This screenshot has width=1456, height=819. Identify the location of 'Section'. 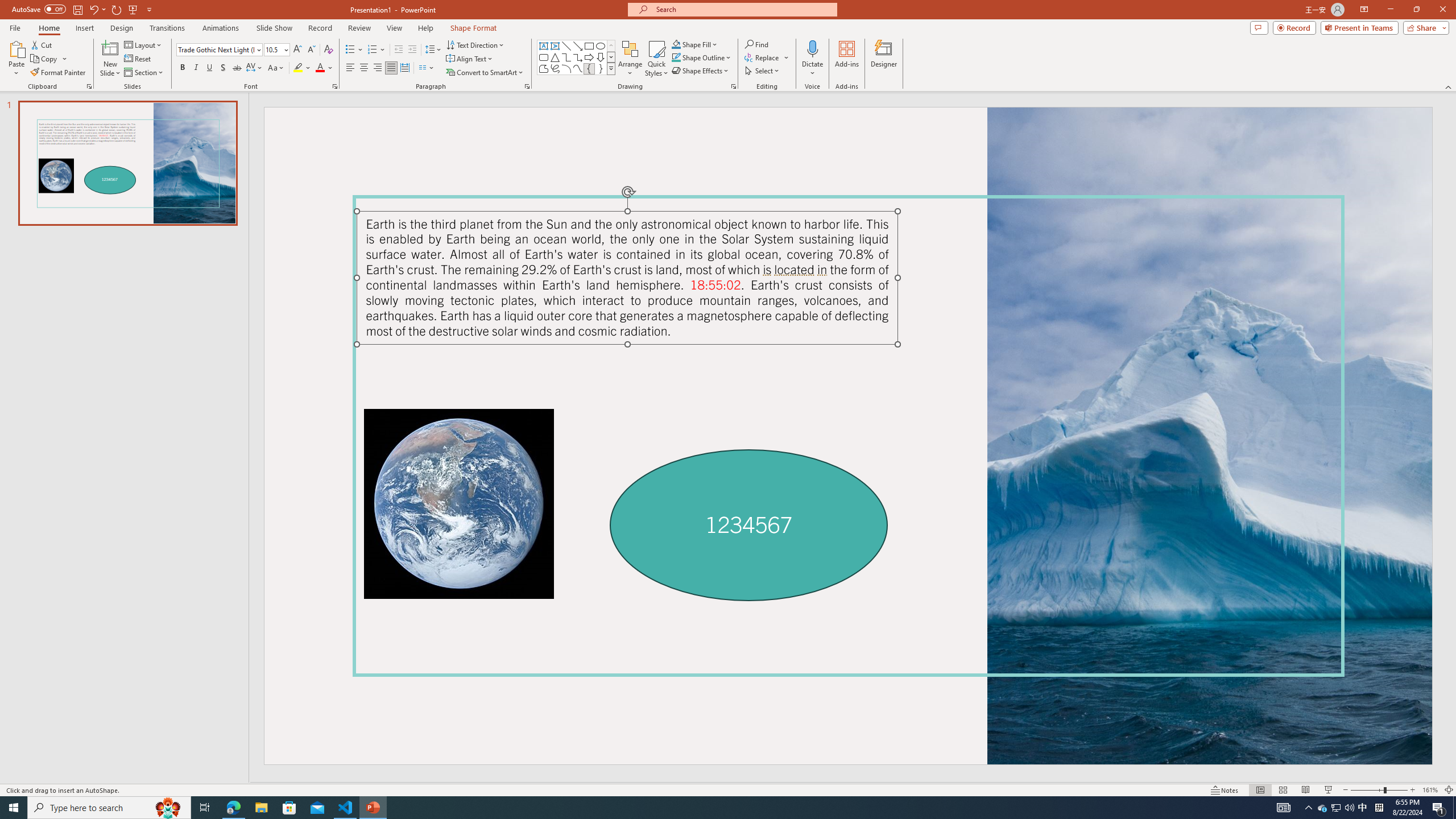
(144, 72).